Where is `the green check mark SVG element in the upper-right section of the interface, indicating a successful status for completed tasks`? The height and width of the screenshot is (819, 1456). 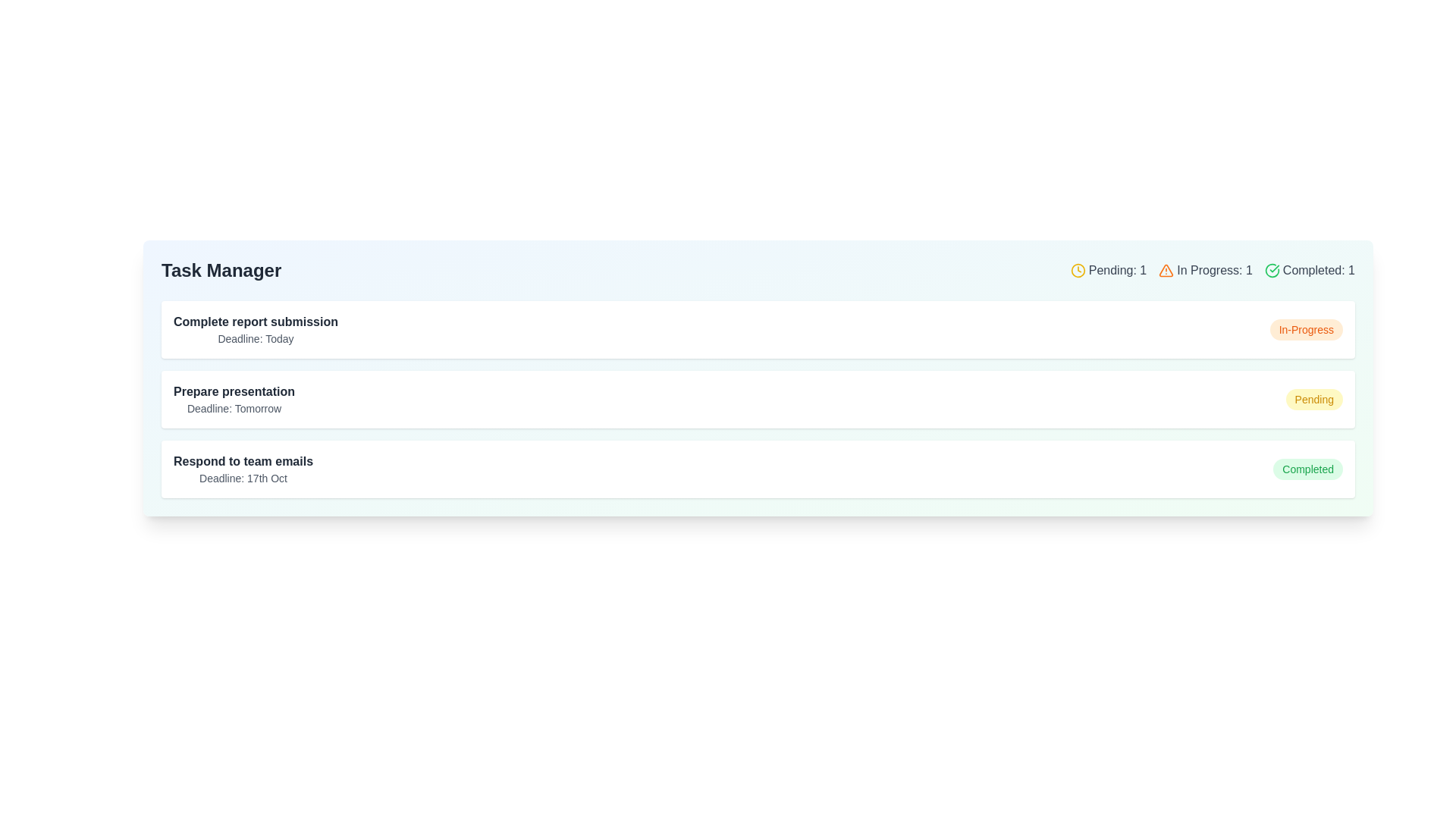 the green check mark SVG element in the upper-right section of the interface, indicating a successful status for completed tasks is located at coordinates (1272, 270).